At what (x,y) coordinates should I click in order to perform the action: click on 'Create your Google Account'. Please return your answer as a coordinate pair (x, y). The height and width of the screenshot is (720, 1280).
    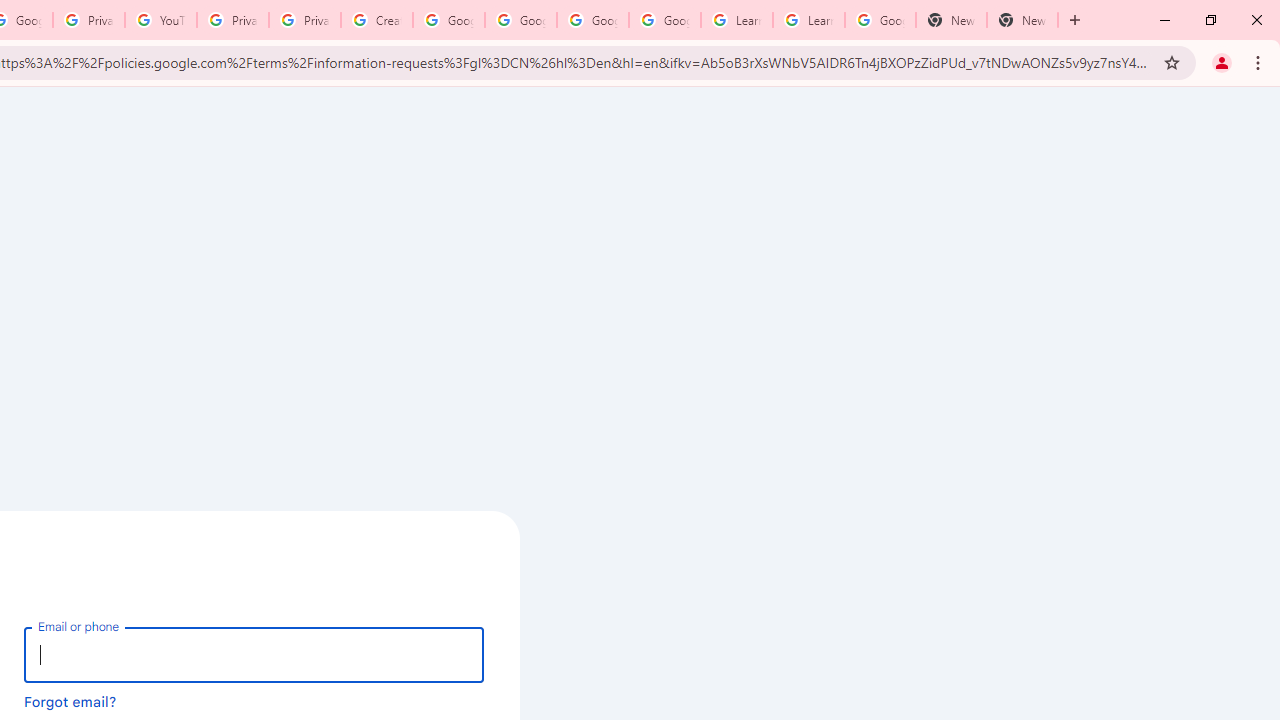
    Looking at the image, I should click on (376, 20).